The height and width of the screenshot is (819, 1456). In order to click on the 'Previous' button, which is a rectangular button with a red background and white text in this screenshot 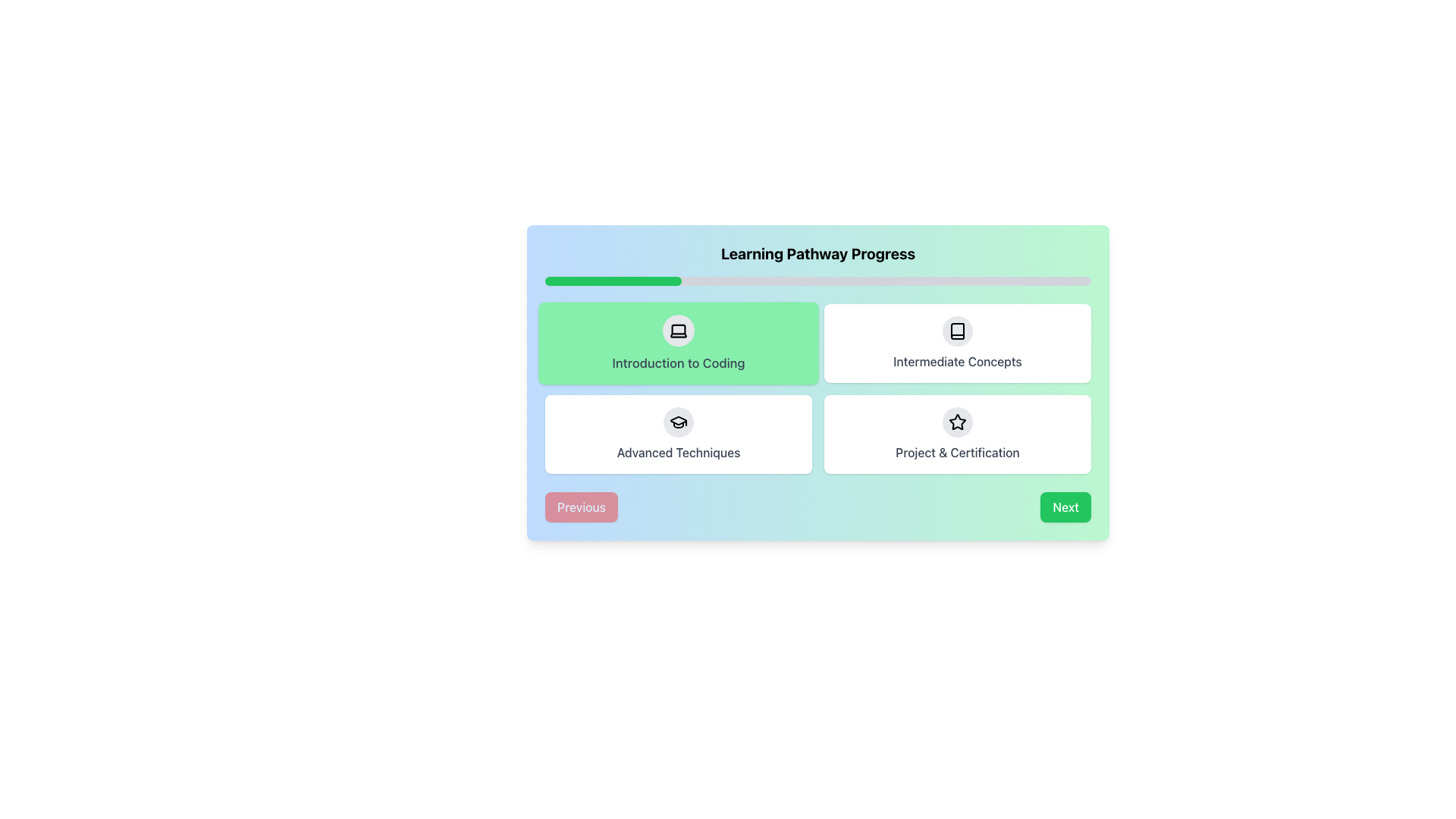, I will do `click(581, 507)`.